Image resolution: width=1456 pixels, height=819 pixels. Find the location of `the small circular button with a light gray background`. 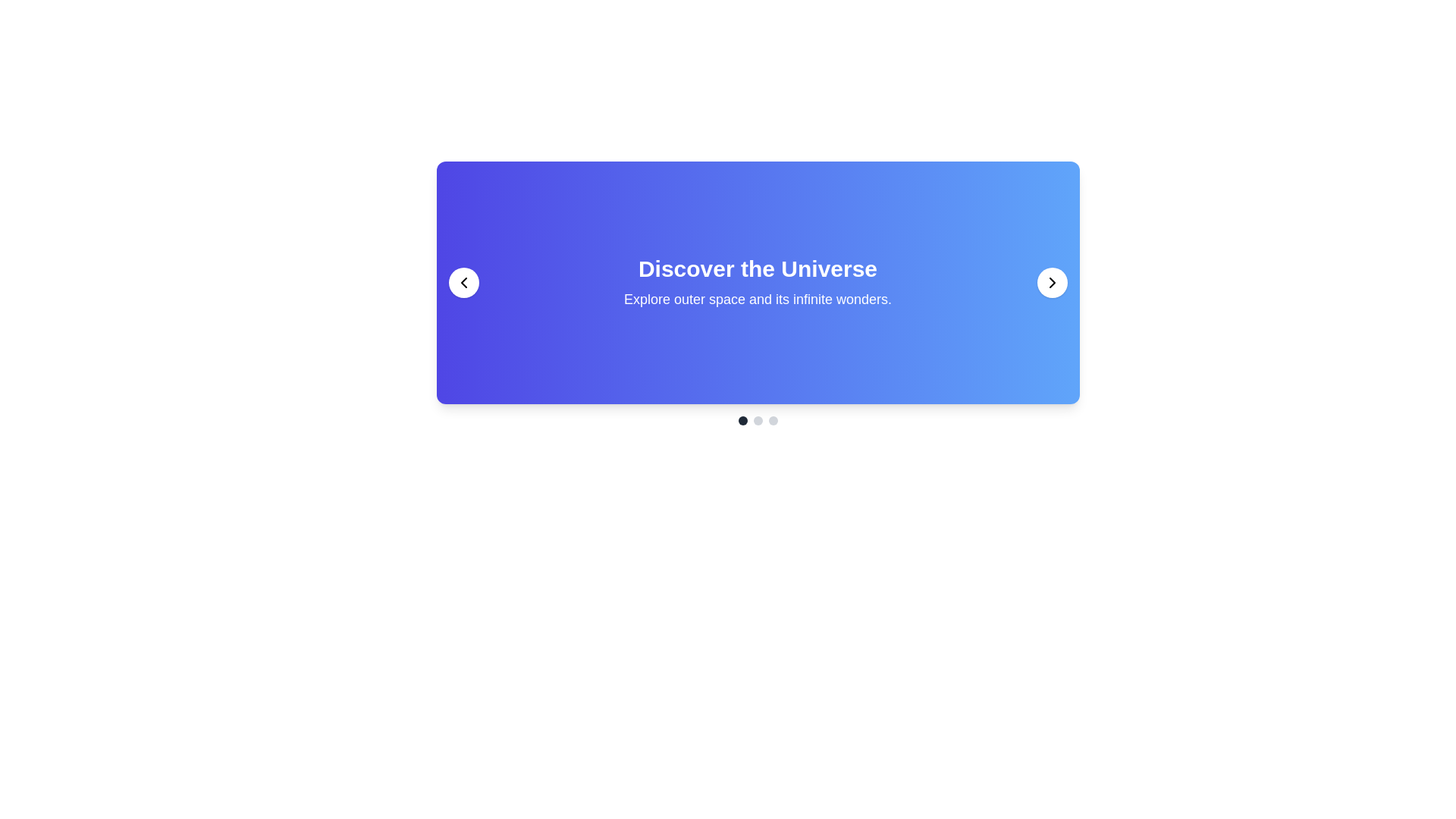

the small circular button with a light gray background is located at coordinates (758, 421).